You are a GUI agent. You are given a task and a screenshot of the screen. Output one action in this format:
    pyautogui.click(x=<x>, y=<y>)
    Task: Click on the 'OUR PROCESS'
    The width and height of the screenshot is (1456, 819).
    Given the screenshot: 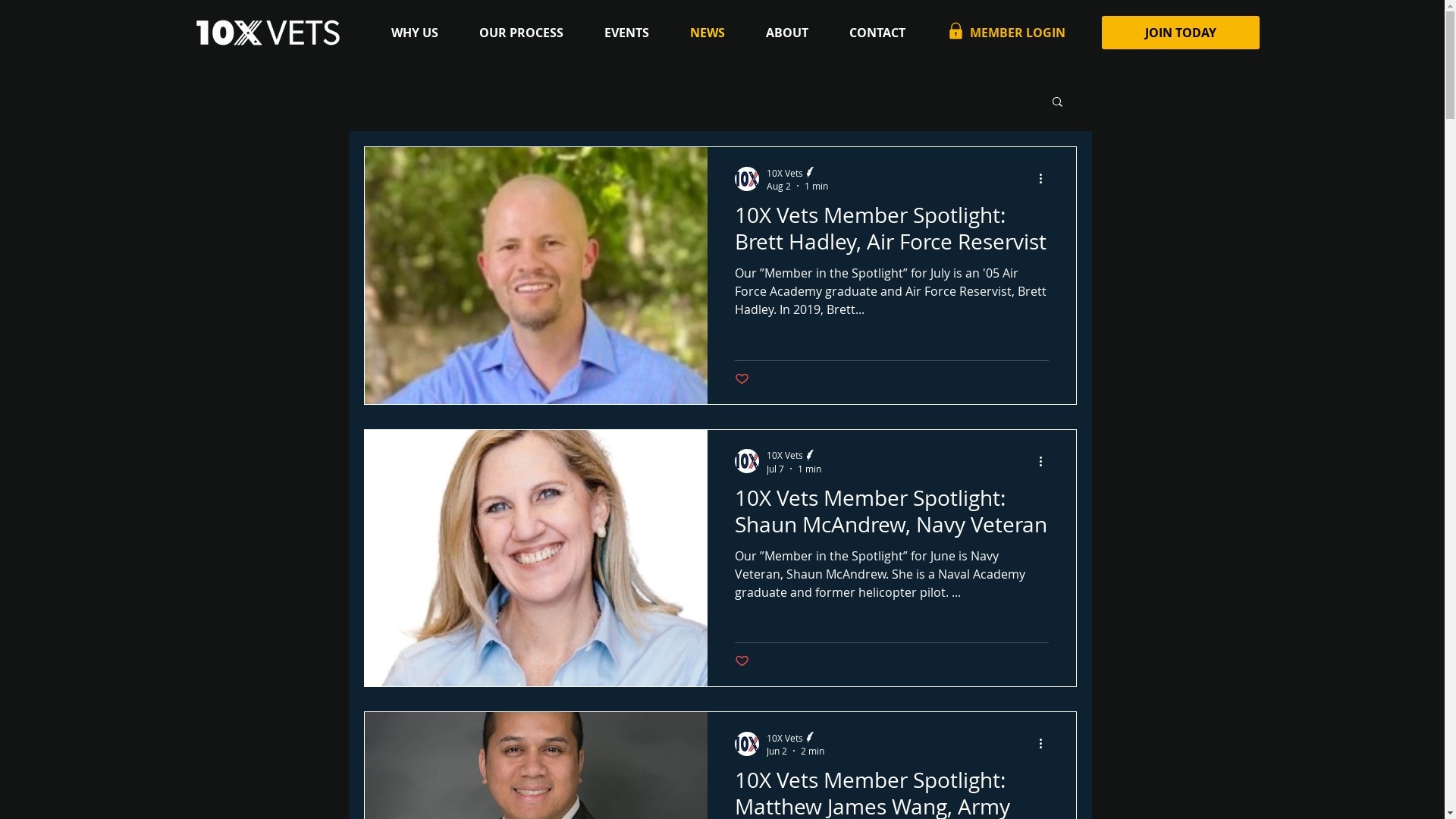 What is the action you would take?
    pyautogui.click(x=529, y=32)
    